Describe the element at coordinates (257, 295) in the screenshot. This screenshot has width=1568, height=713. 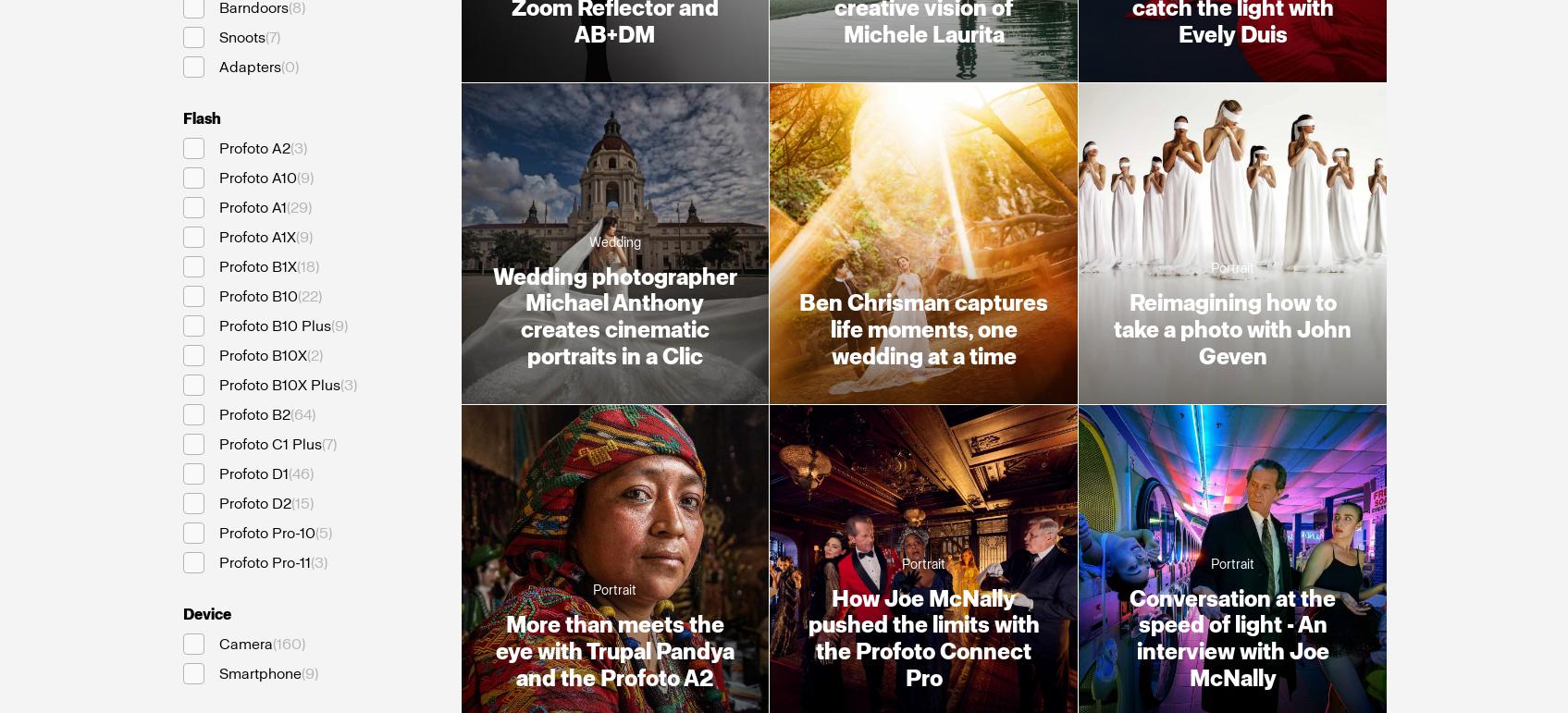
I see `'Profoto B10'` at that location.